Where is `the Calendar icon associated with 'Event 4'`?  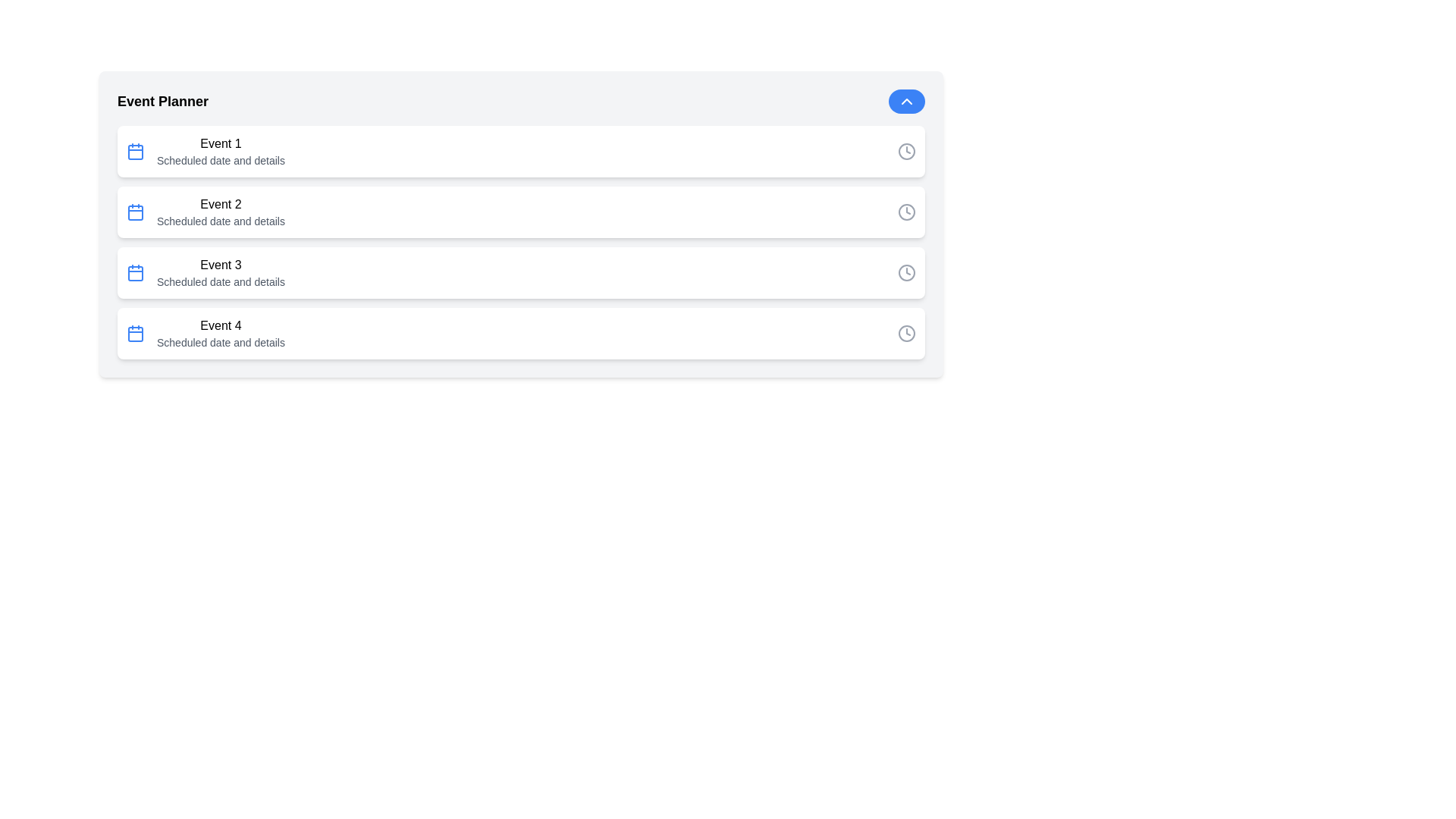
the Calendar icon associated with 'Event 4' is located at coordinates (135, 332).